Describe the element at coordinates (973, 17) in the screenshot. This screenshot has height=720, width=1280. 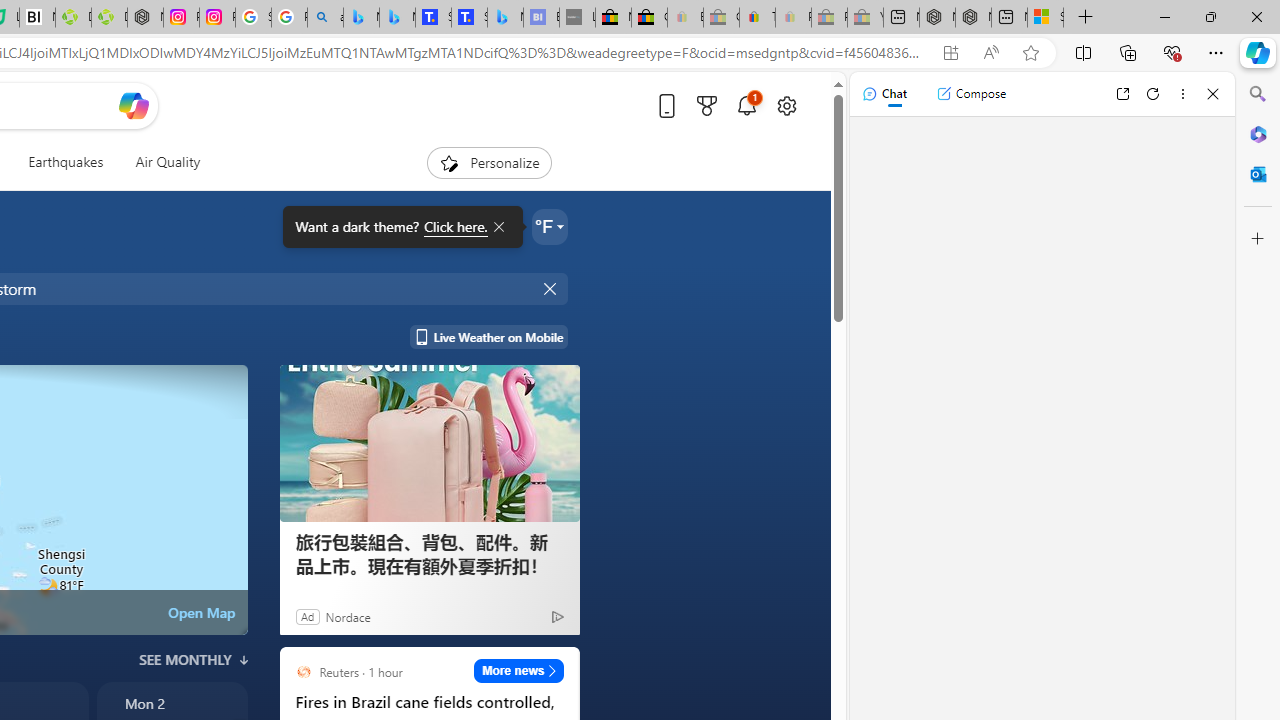
I see `'Nordace - Summer Adventures 2024'` at that location.